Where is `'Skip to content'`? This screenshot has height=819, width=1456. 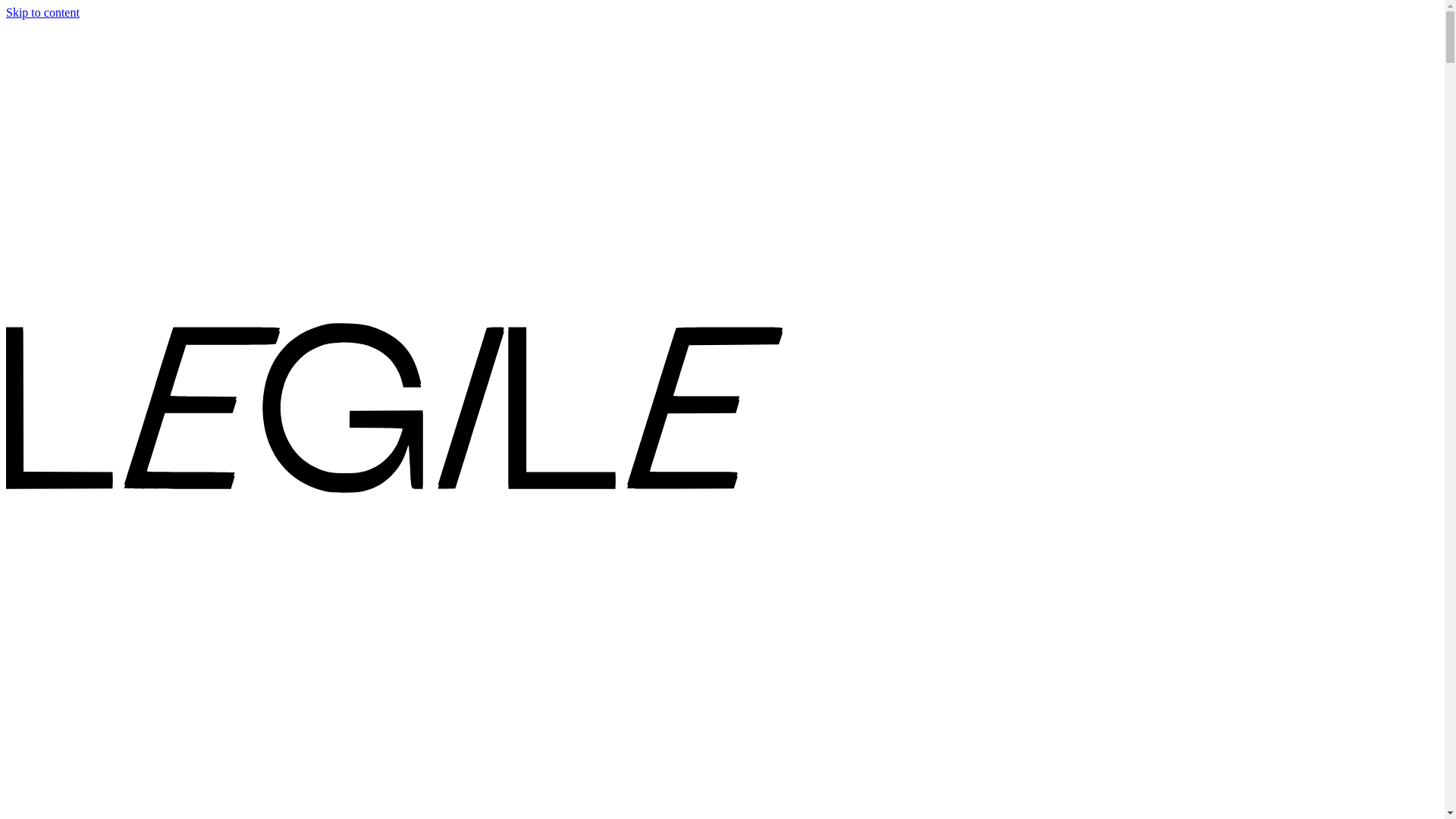
'Skip to content' is located at coordinates (42, 12).